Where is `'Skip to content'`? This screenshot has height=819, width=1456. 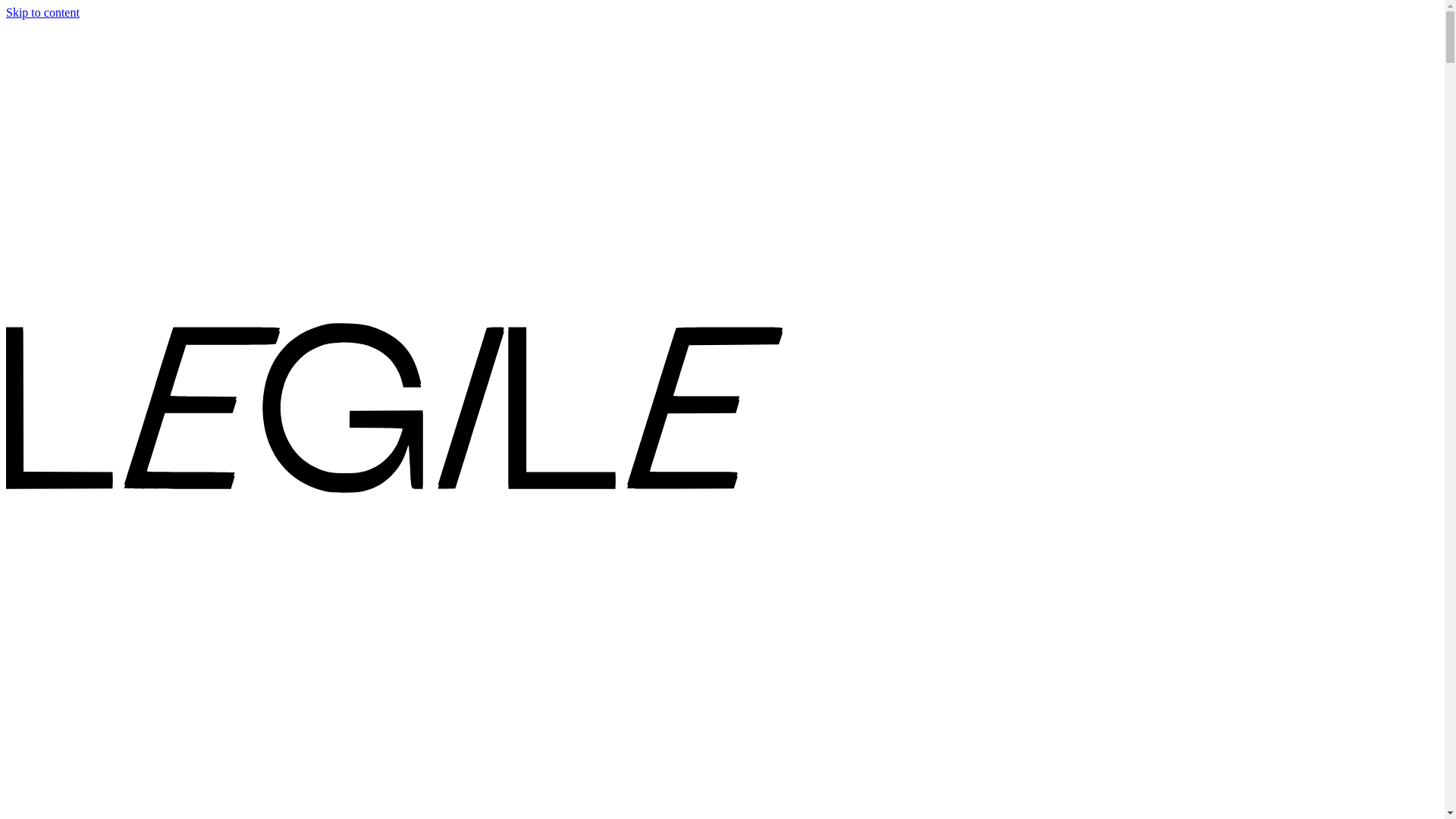
'Skip to content' is located at coordinates (42, 12).